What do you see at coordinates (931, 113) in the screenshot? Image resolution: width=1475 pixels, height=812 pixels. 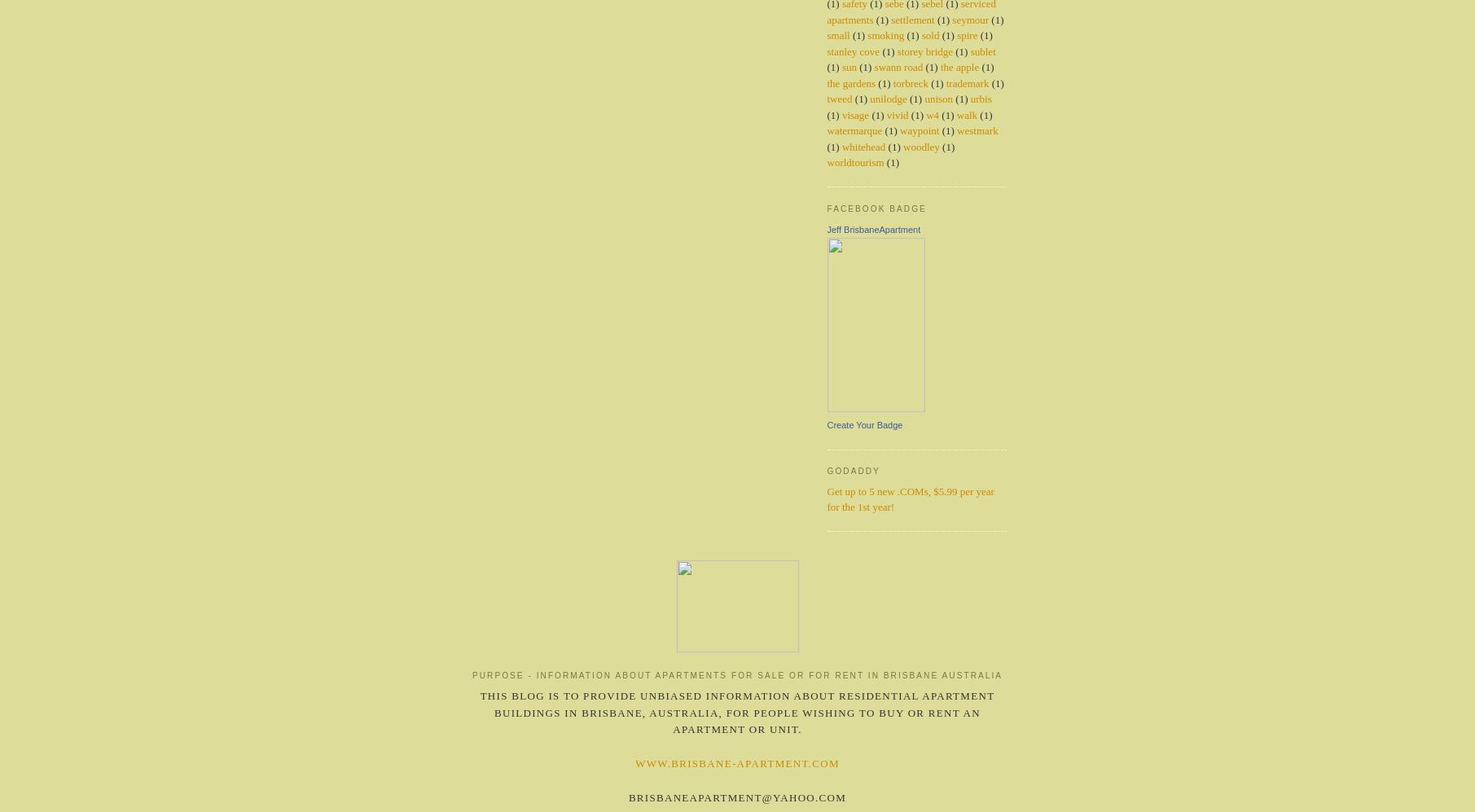 I see `'w4'` at bounding box center [931, 113].